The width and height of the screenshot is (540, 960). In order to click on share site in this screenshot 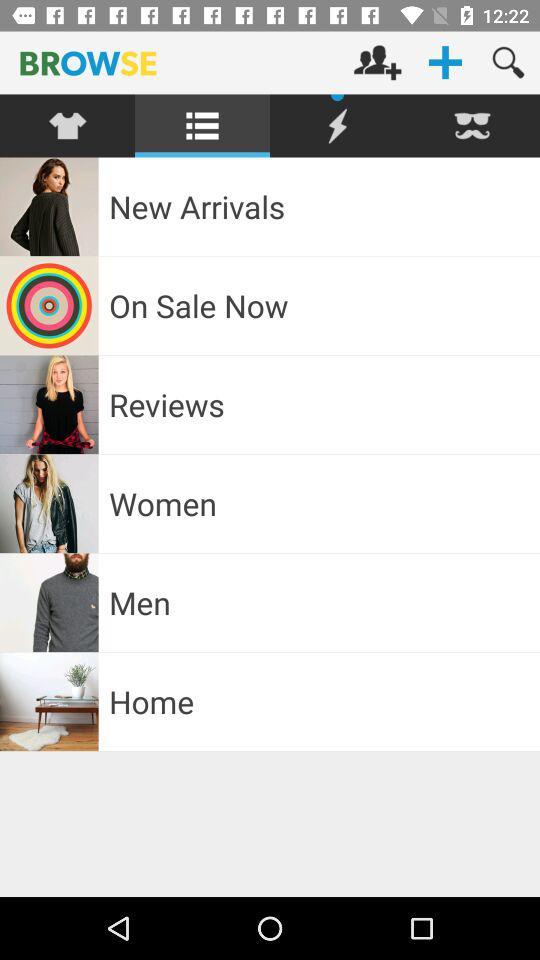, I will do `click(337, 125)`.